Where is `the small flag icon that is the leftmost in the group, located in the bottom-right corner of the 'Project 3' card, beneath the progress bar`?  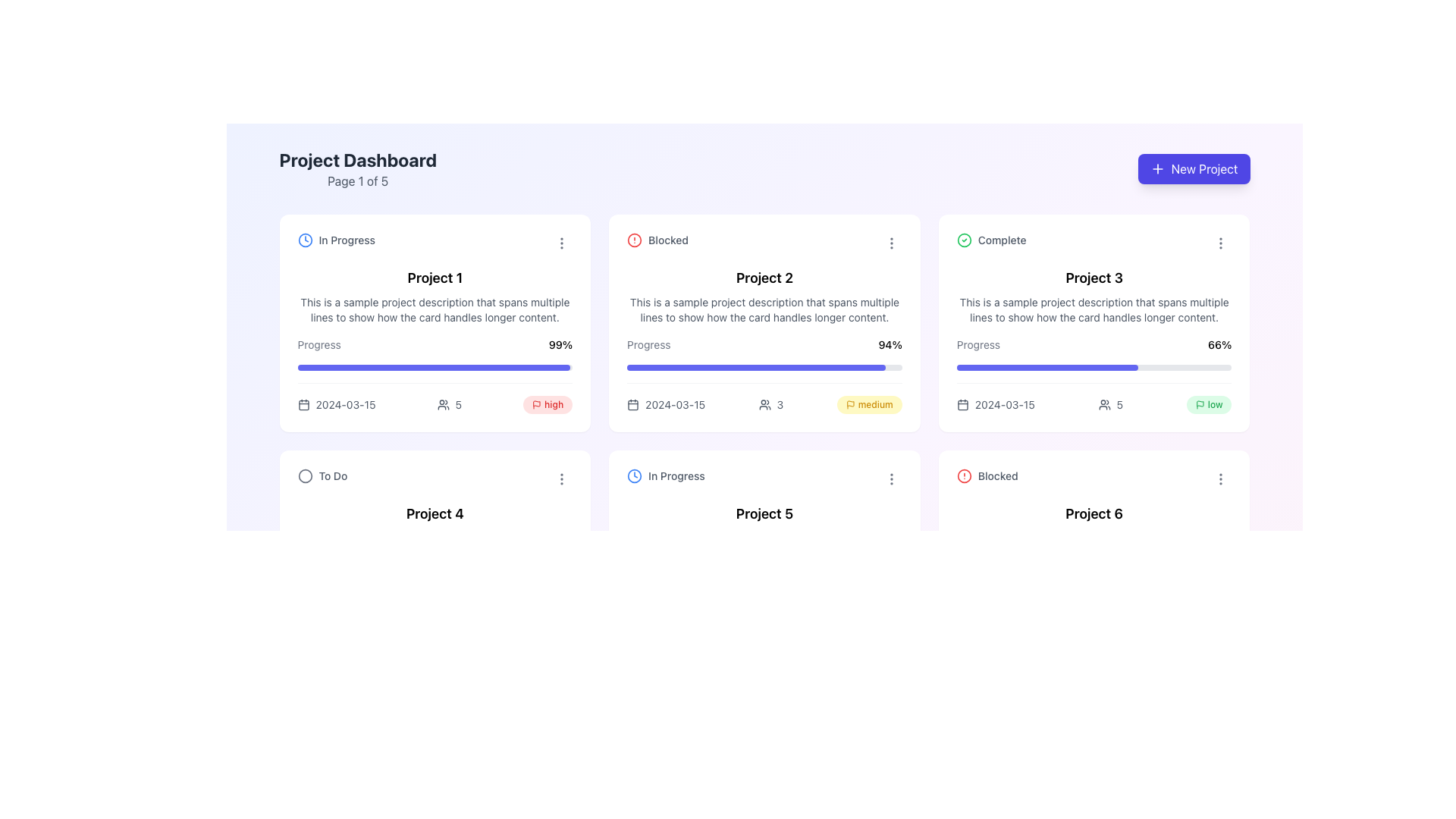 the small flag icon that is the leftmost in the group, located in the bottom-right corner of the 'Project 3' card, beneath the progress bar is located at coordinates (1199, 403).